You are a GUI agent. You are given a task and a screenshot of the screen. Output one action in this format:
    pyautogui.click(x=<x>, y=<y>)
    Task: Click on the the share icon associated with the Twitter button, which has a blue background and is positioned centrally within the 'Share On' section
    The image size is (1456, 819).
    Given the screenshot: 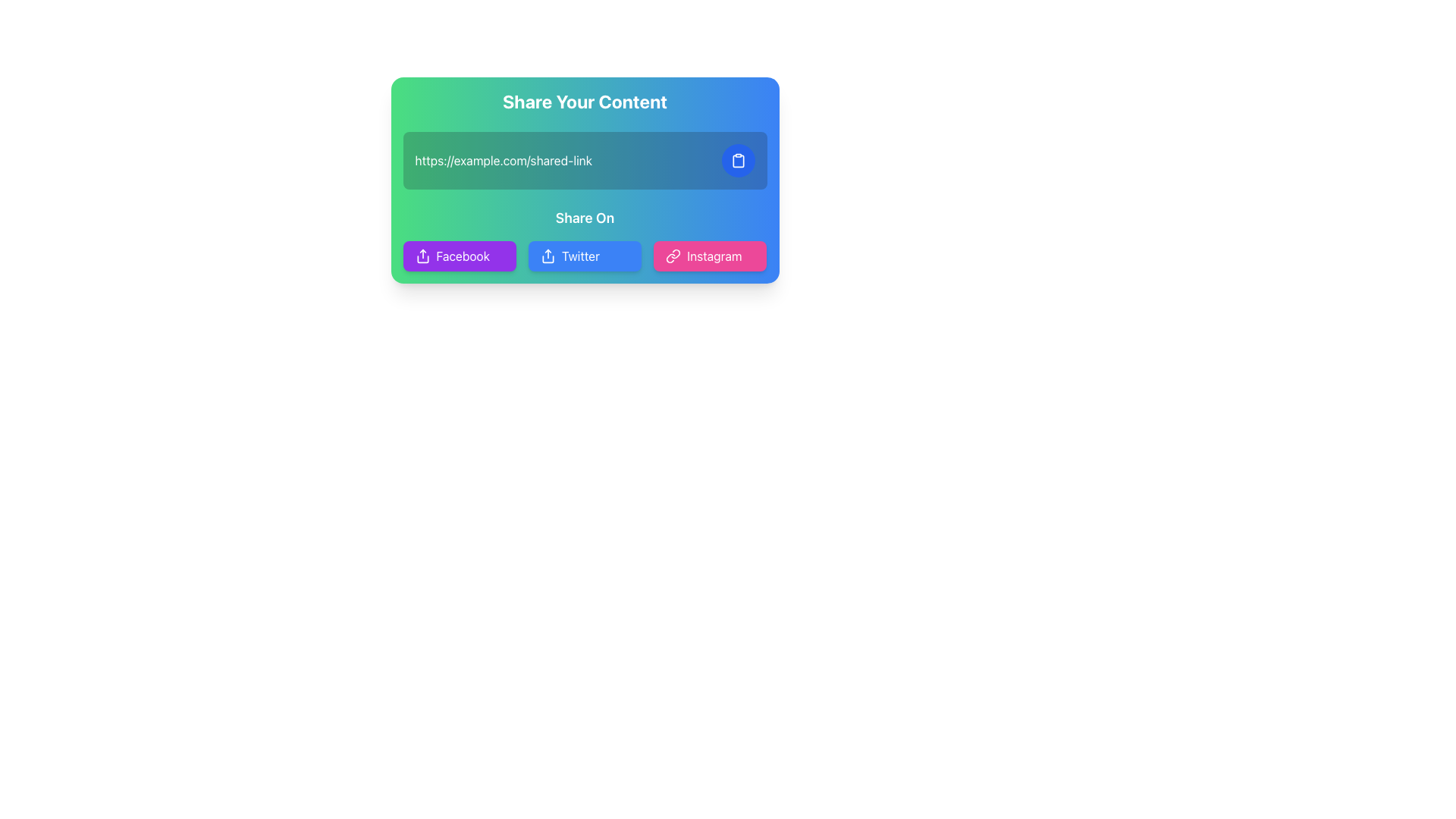 What is the action you would take?
    pyautogui.click(x=547, y=256)
    